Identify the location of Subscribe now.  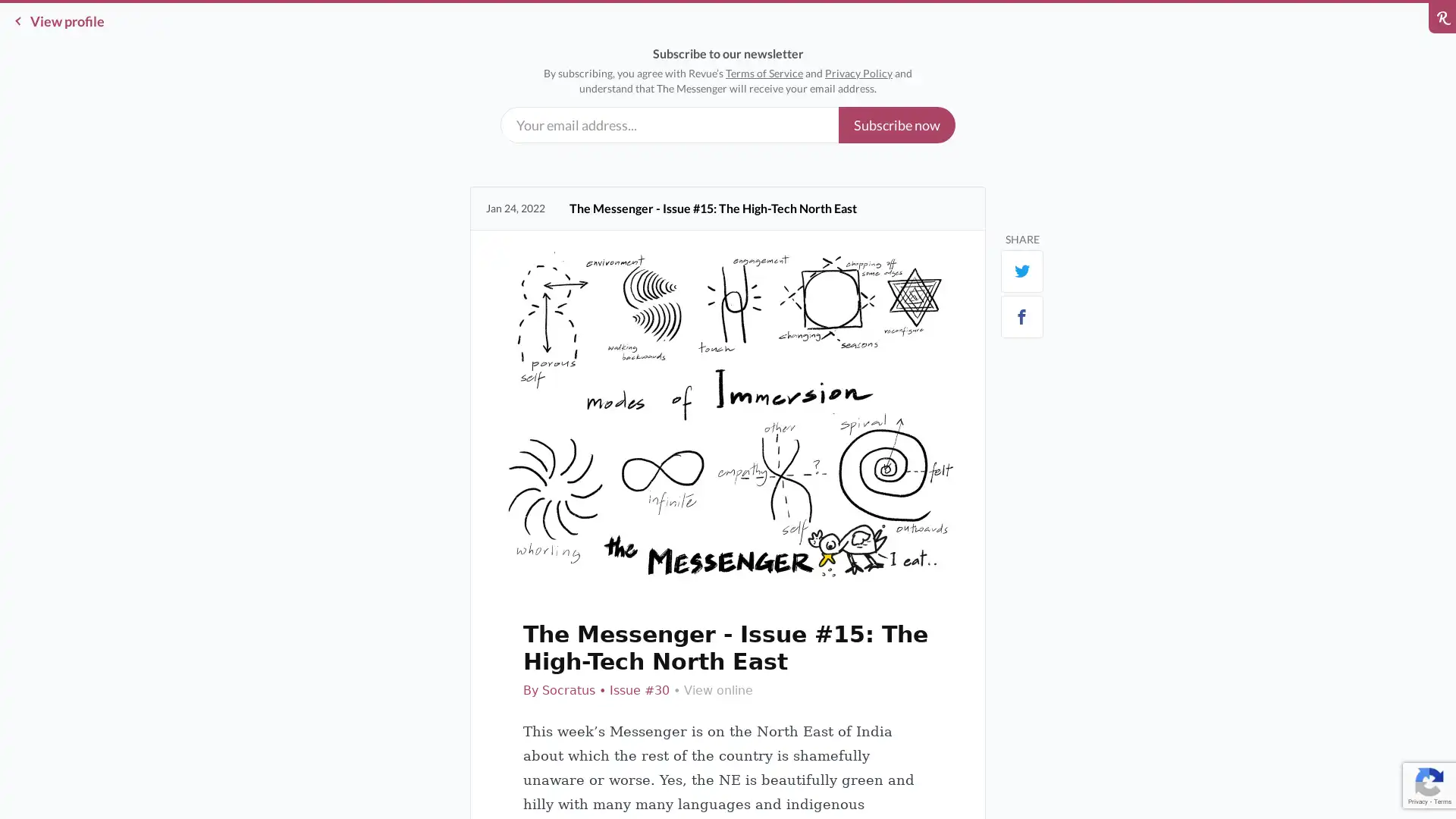
(896, 124).